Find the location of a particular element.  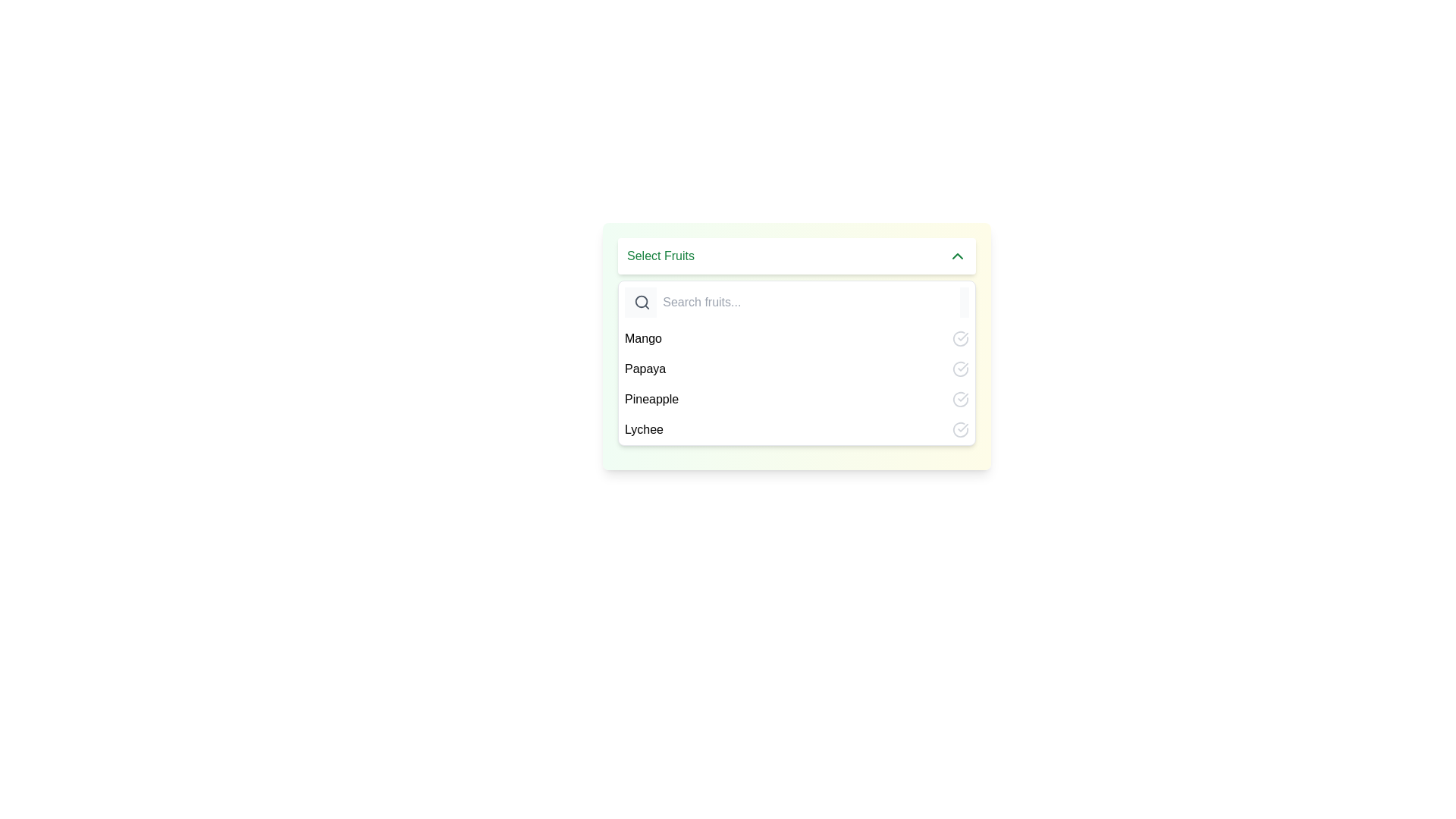

the text label displaying 'Lychee' which is the fourth item in a selectable list, styled with black text on a white background is located at coordinates (644, 430).